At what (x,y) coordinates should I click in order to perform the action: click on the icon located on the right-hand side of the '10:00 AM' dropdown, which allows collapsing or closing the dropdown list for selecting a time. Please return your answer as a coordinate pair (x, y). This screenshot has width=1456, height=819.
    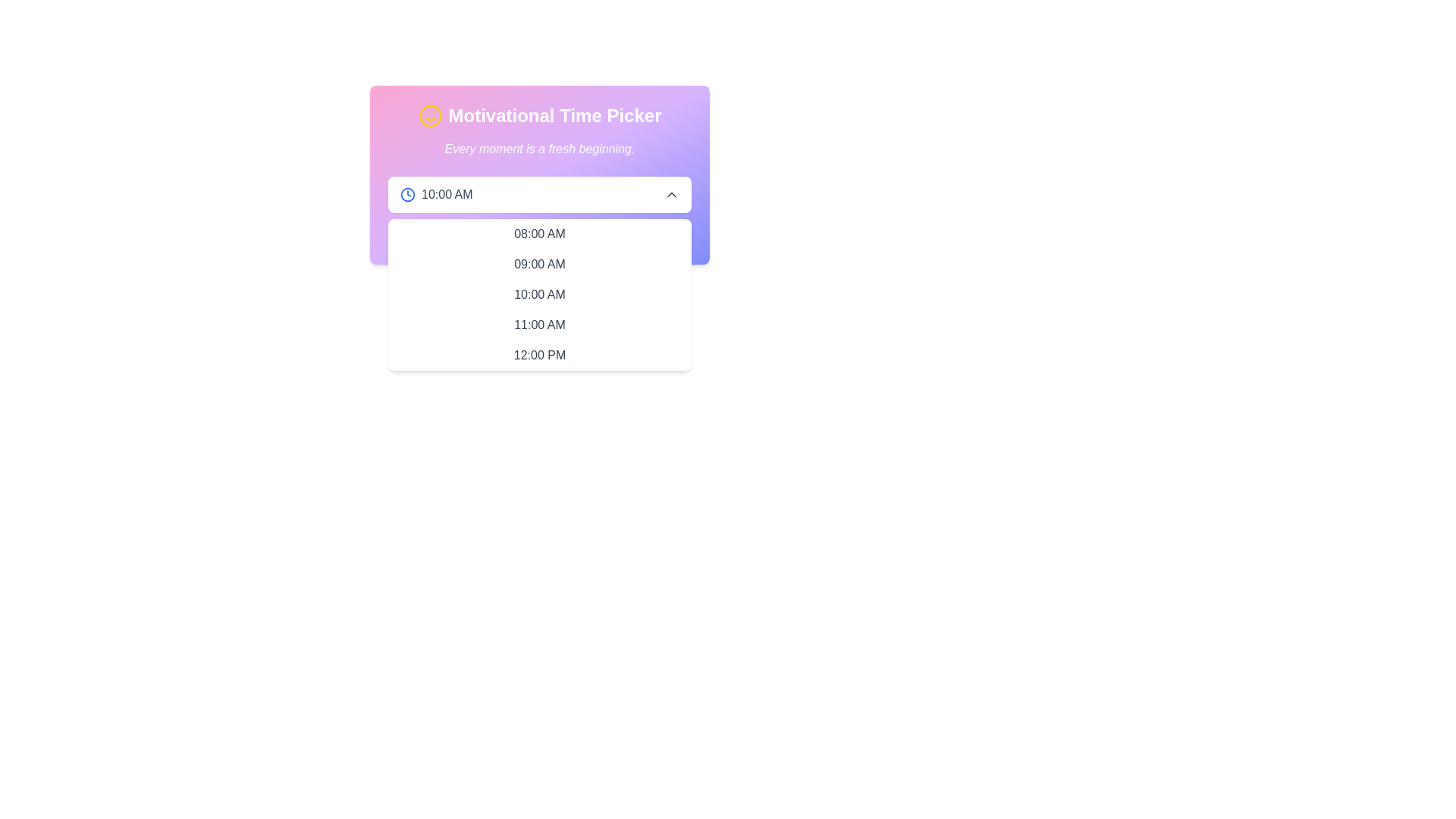
    Looking at the image, I should click on (671, 194).